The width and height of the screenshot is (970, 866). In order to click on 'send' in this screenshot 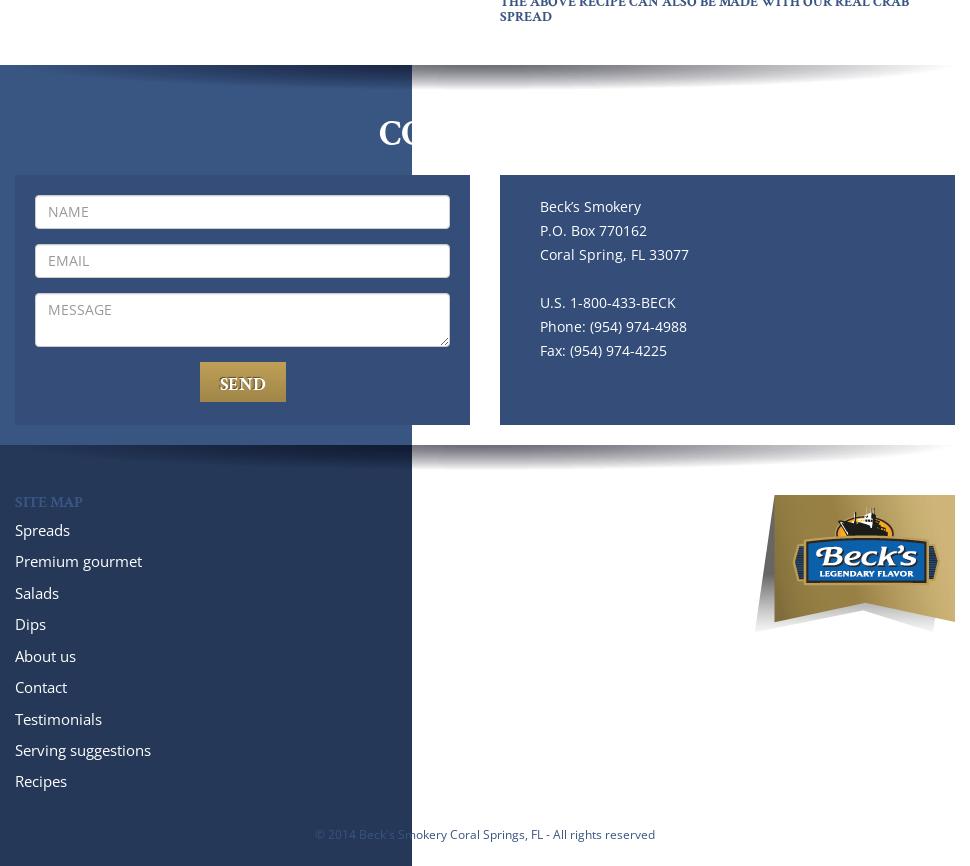, I will do `click(219, 382)`.